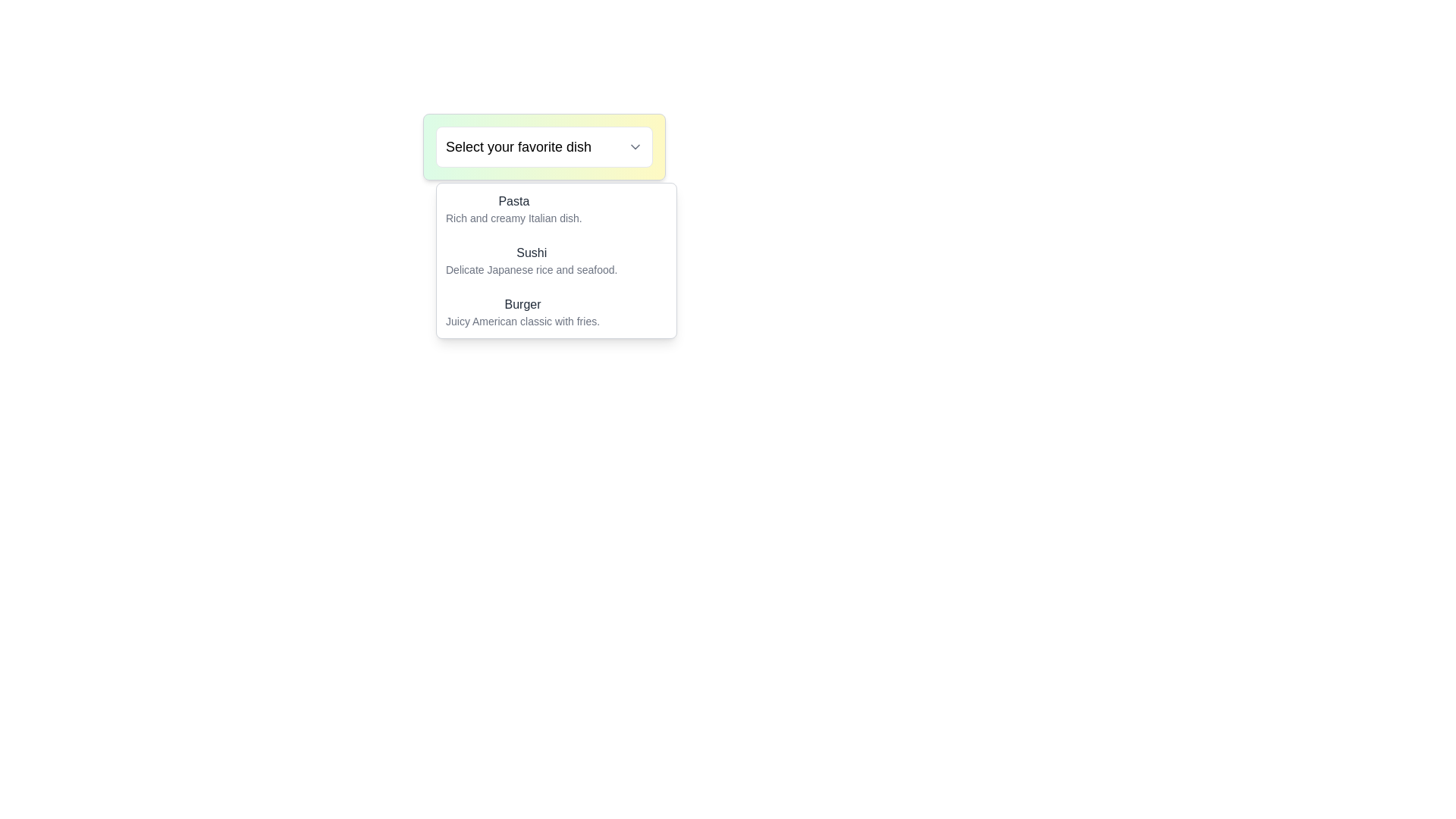  Describe the element at coordinates (556, 259) in the screenshot. I see `to select the list item displaying 'Sushi' in bold style, located within a white dropdown menu, positioned below 'Pasta' and above 'Burger'` at that location.